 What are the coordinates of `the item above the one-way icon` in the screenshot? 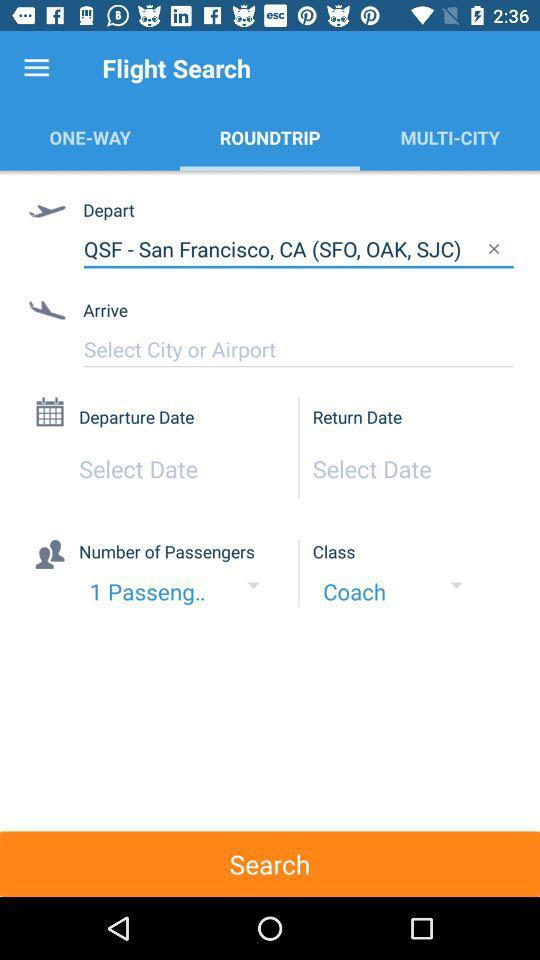 It's located at (36, 68).